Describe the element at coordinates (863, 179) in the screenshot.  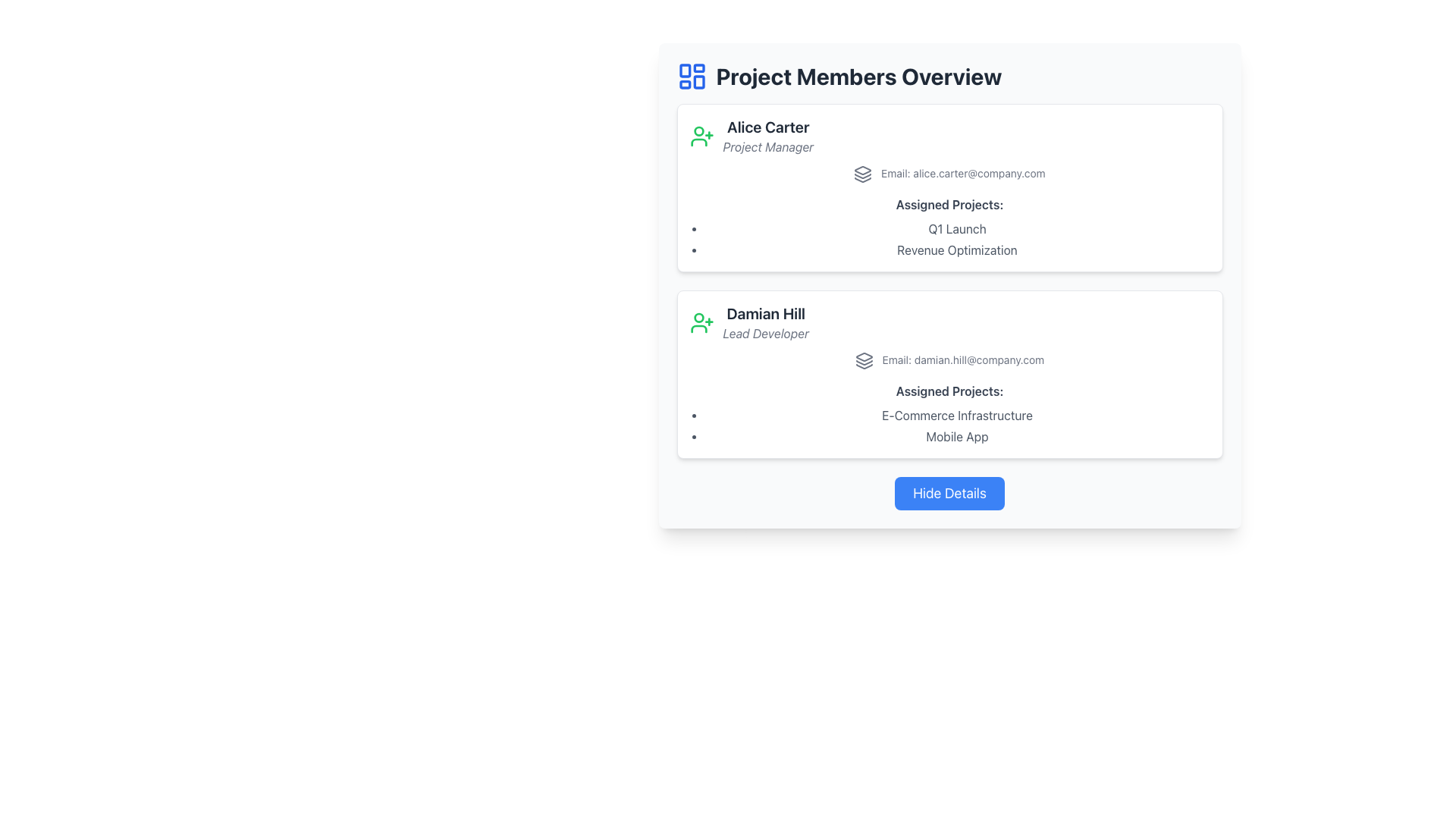
I see `the decorative vector graphic that represents the bottom portion of a three-layer stack icon, located to the left of the 'Project Members Overview' heading` at that location.